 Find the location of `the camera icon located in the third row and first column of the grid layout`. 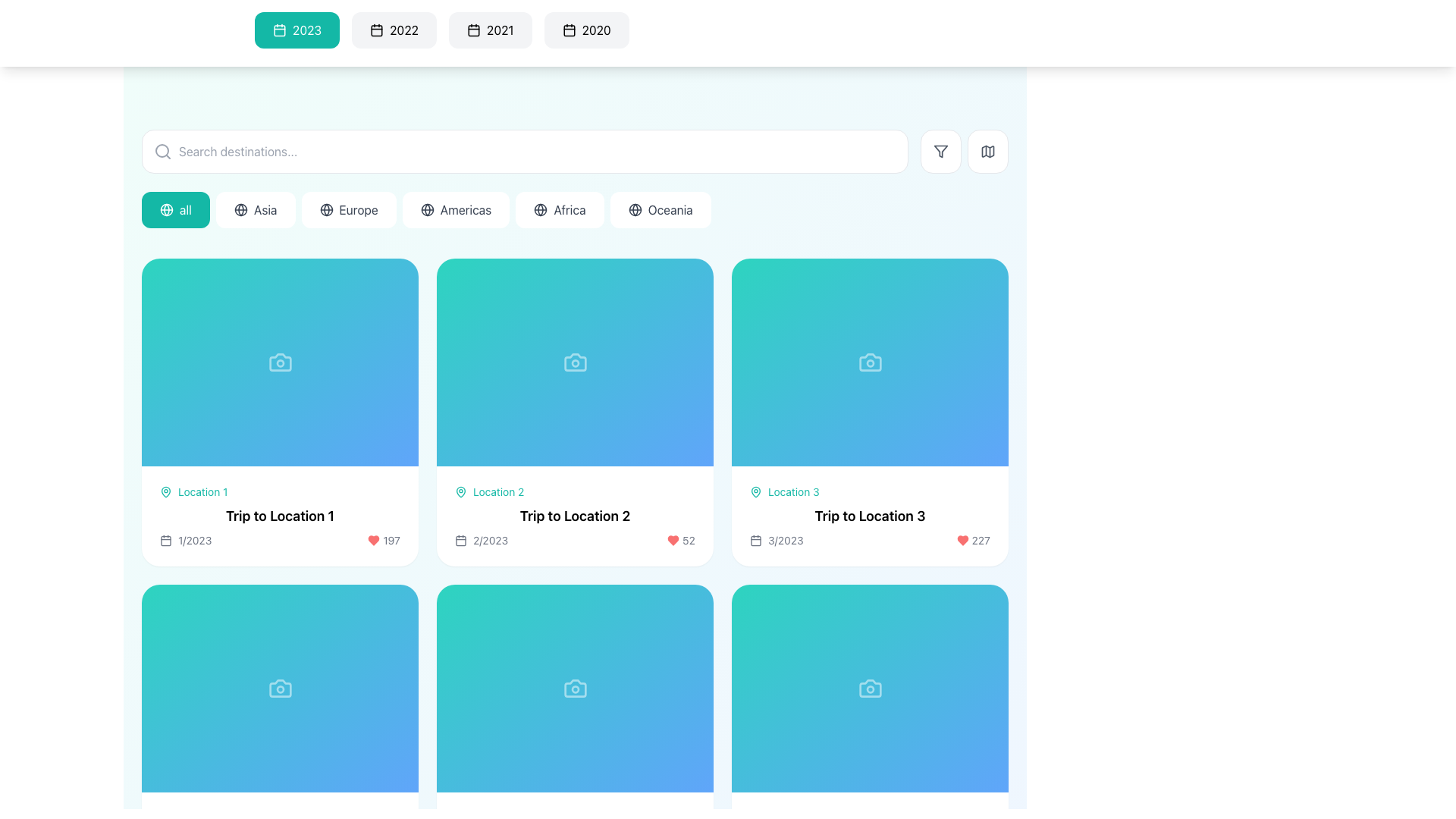

the camera icon located in the third row and first column of the grid layout is located at coordinates (574, 688).